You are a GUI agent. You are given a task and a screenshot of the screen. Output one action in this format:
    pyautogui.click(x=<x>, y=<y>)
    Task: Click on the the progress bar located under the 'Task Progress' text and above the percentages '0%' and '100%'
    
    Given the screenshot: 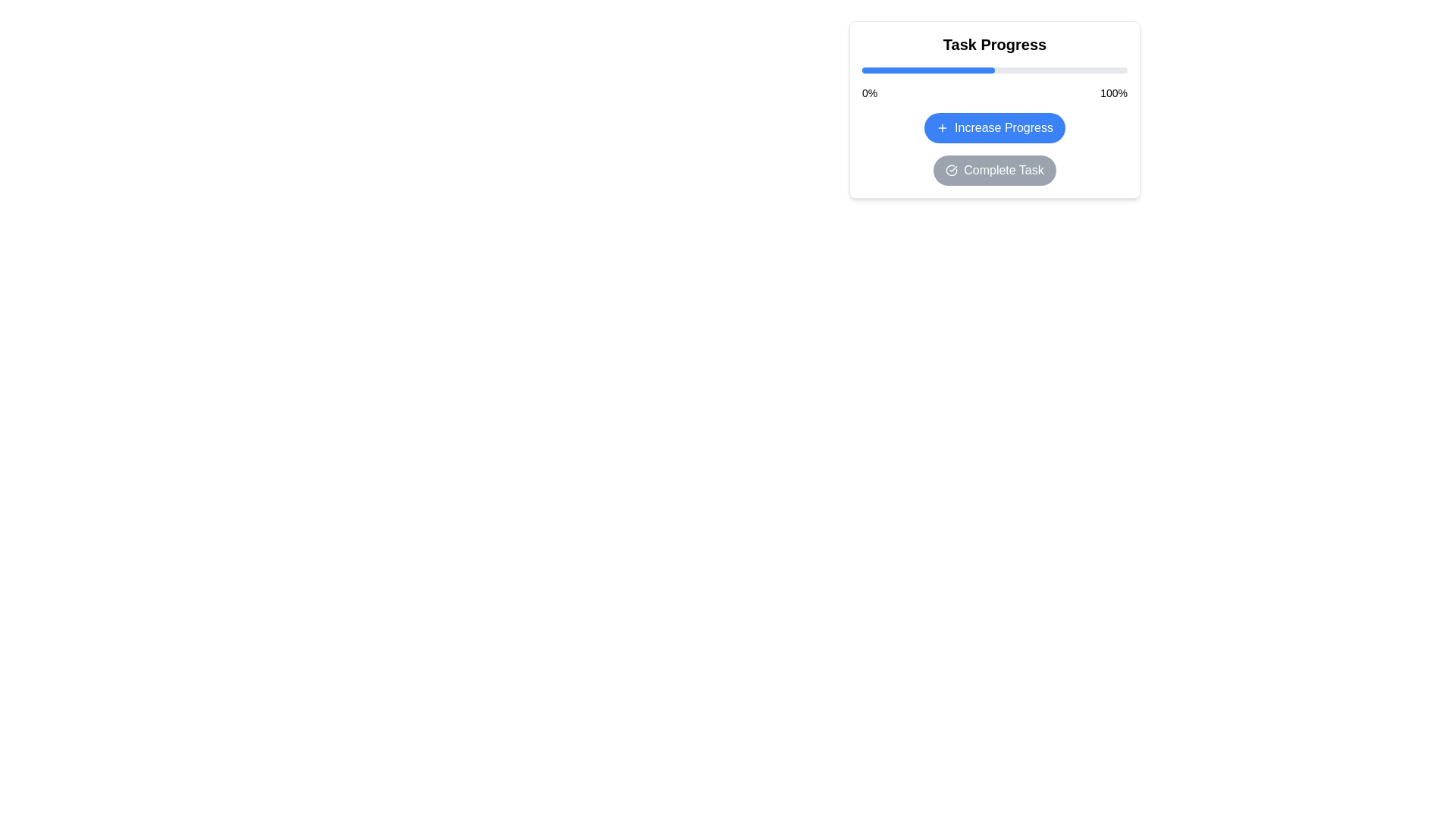 What is the action you would take?
    pyautogui.click(x=994, y=70)
    